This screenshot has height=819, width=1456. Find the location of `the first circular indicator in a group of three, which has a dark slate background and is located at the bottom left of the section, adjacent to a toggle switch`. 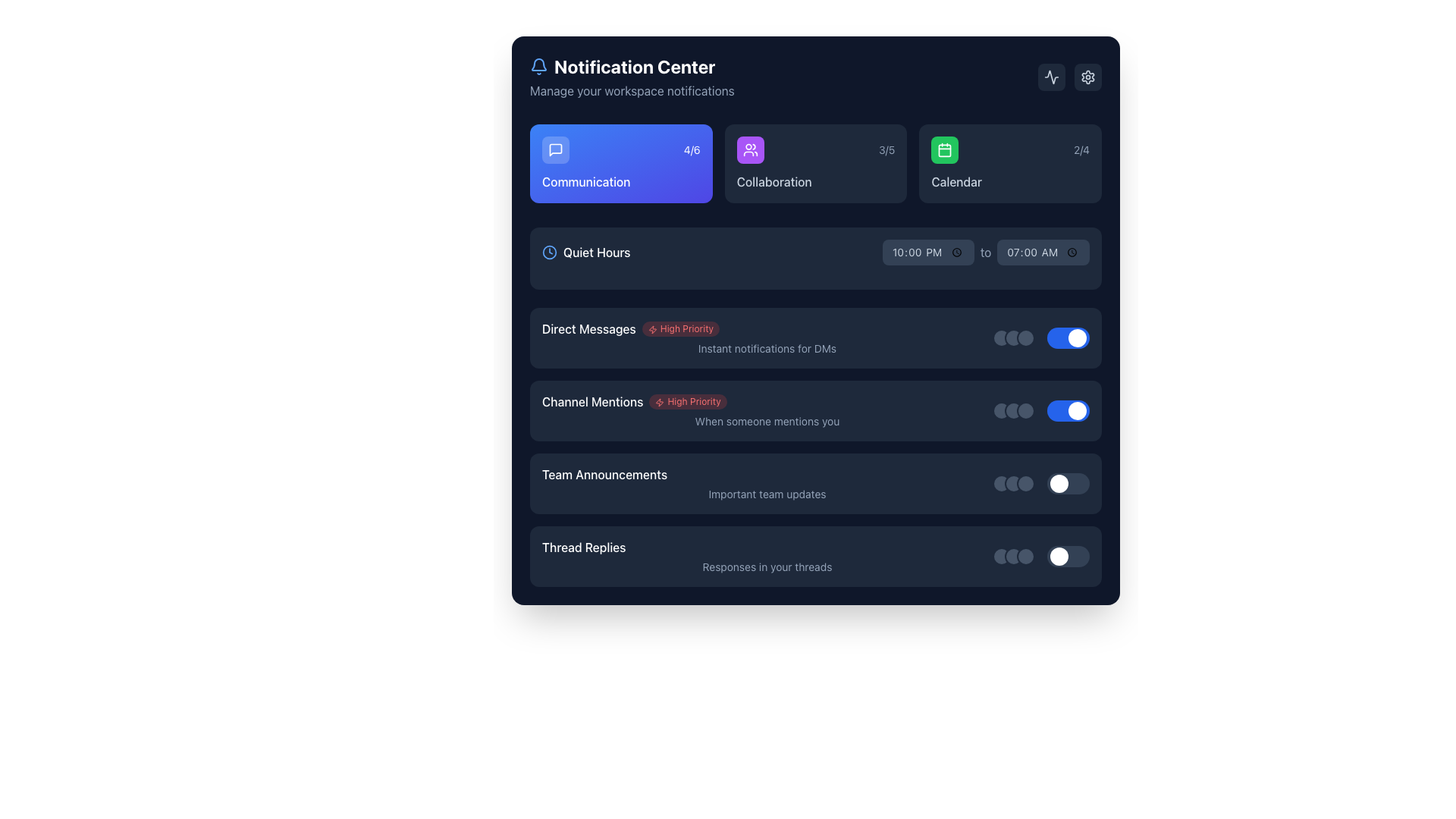

the first circular indicator in a group of three, which has a dark slate background and is located at the bottom left of the section, adjacent to a toggle switch is located at coordinates (1001, 556).